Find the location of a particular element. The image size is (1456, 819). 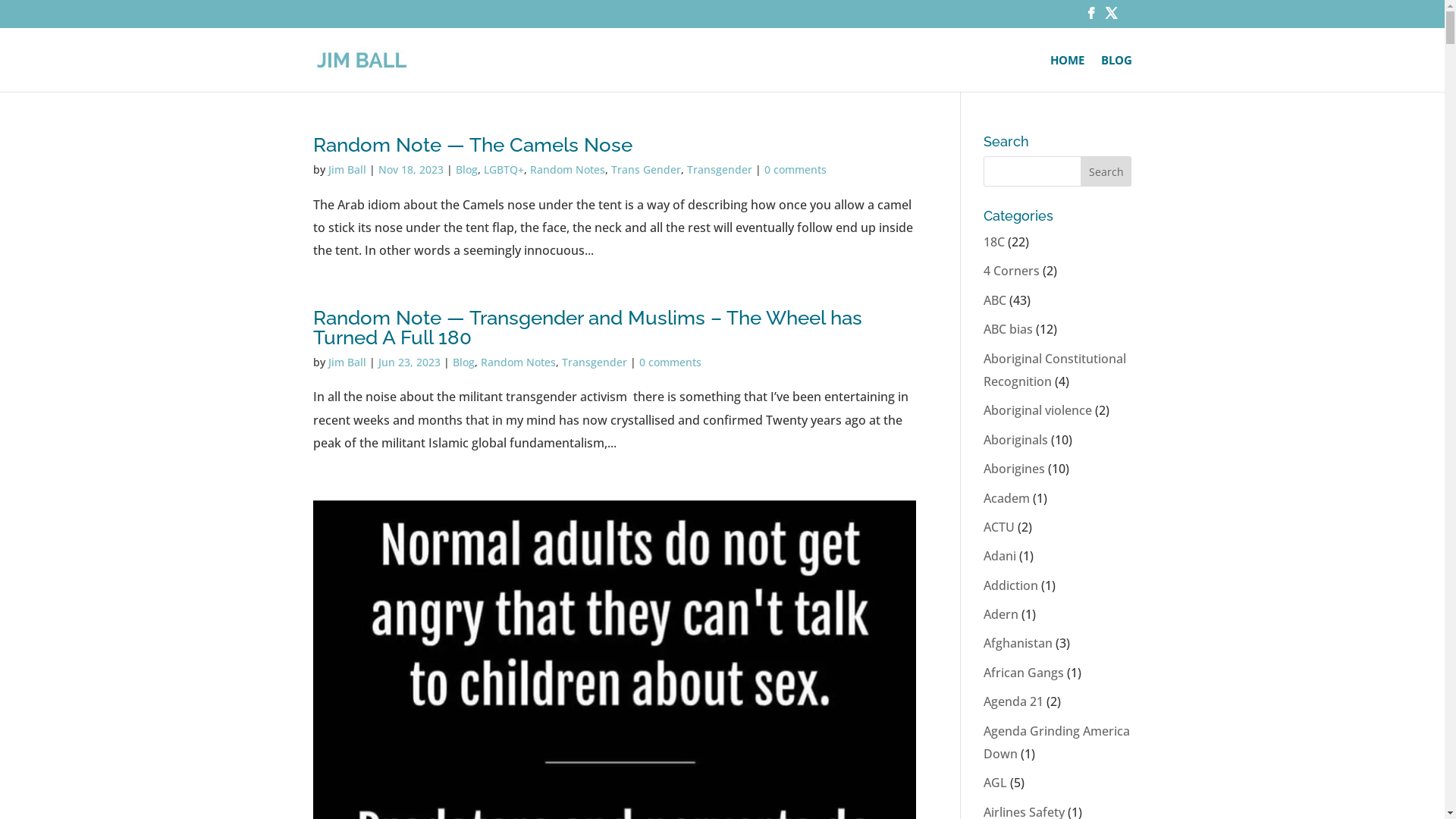

'Aborigines' is located at coordinates (1014, 467).